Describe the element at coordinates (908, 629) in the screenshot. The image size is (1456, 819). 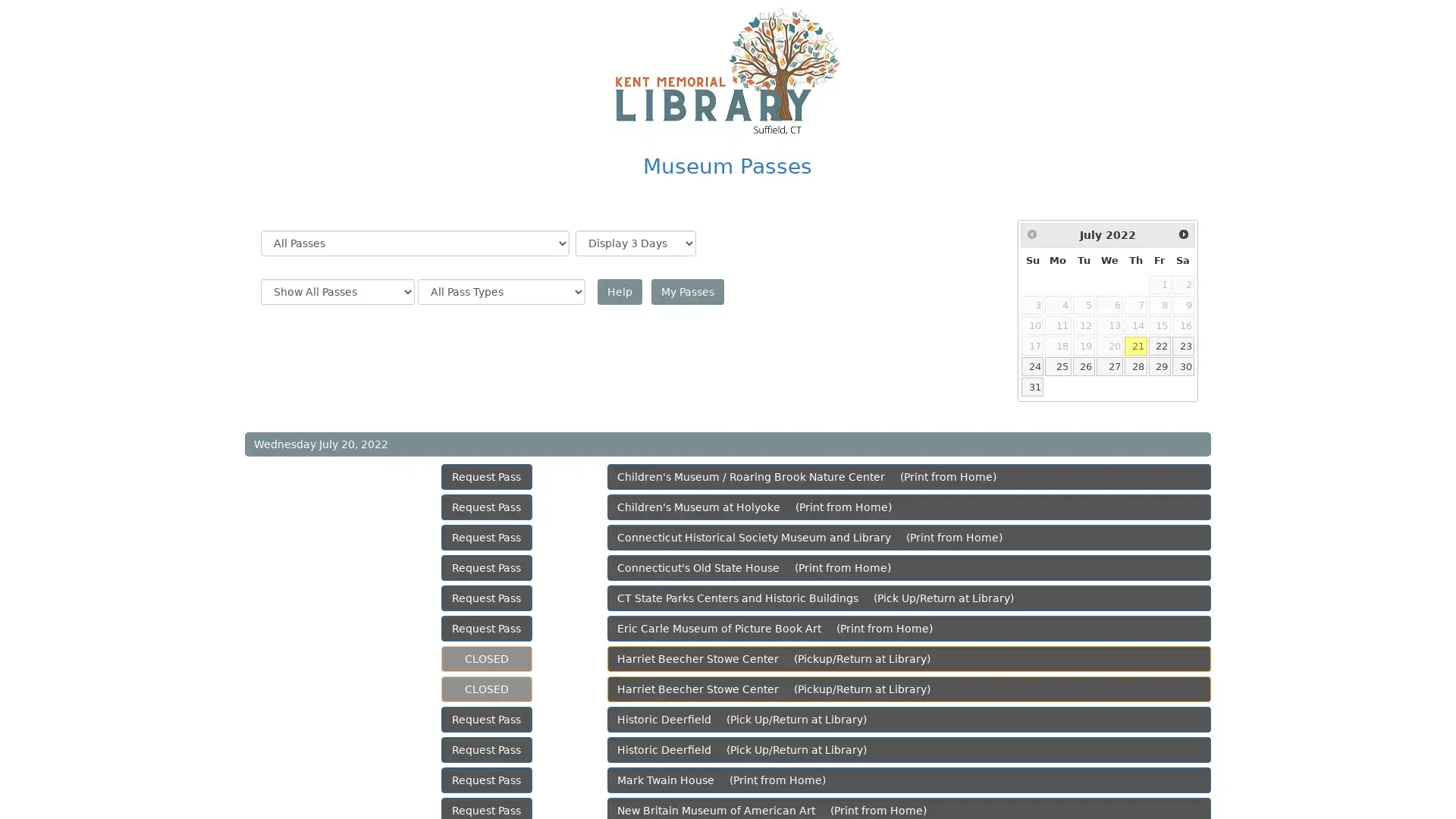
I see `Eric Carle Museum of Picture Book Art     (Print from Home)` at that location.